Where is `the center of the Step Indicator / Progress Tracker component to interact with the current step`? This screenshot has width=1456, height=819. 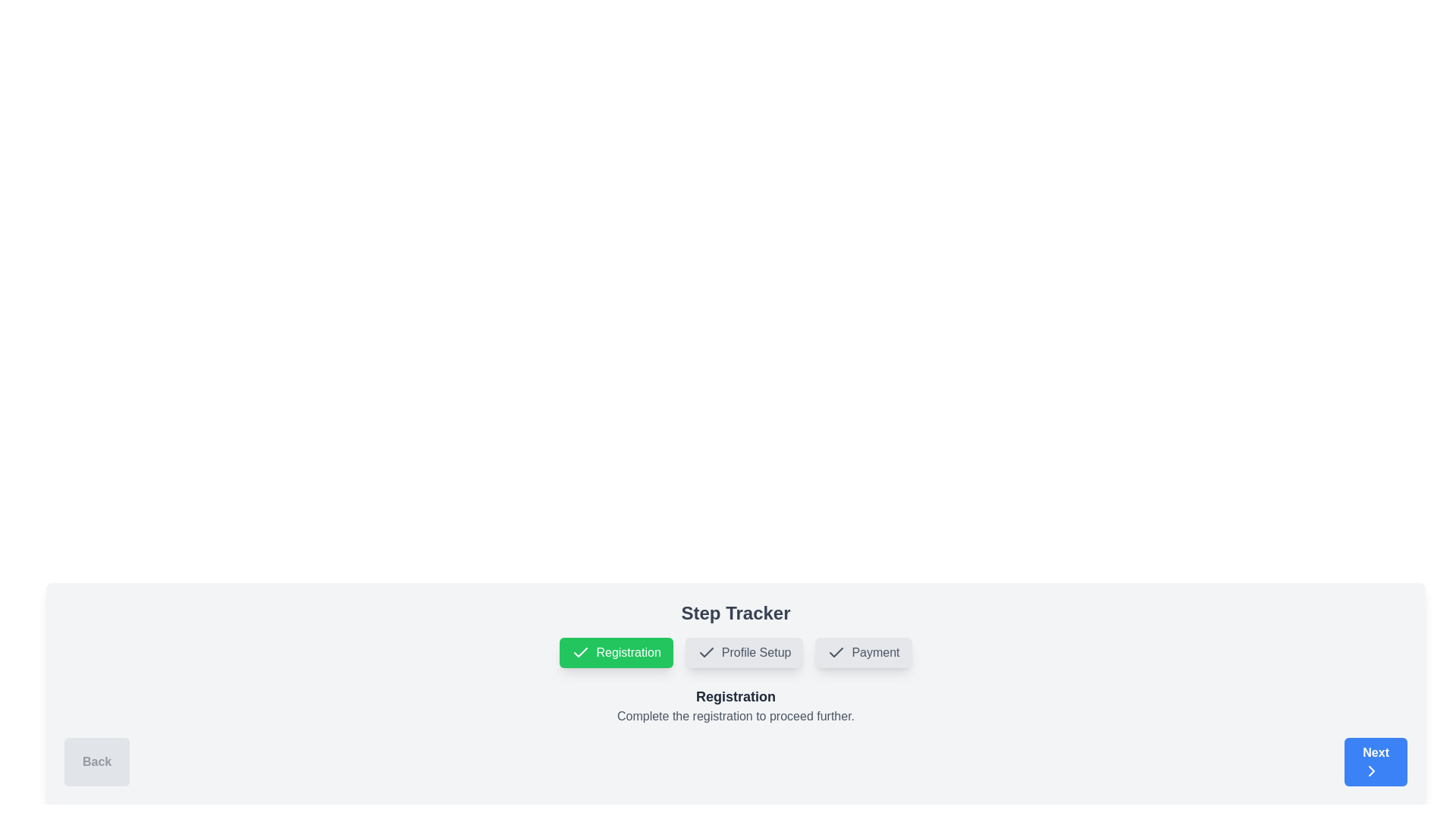 the center of the Step Indicator / Progress Tracker component to interact with the current step is located at coordinates (736, 651).